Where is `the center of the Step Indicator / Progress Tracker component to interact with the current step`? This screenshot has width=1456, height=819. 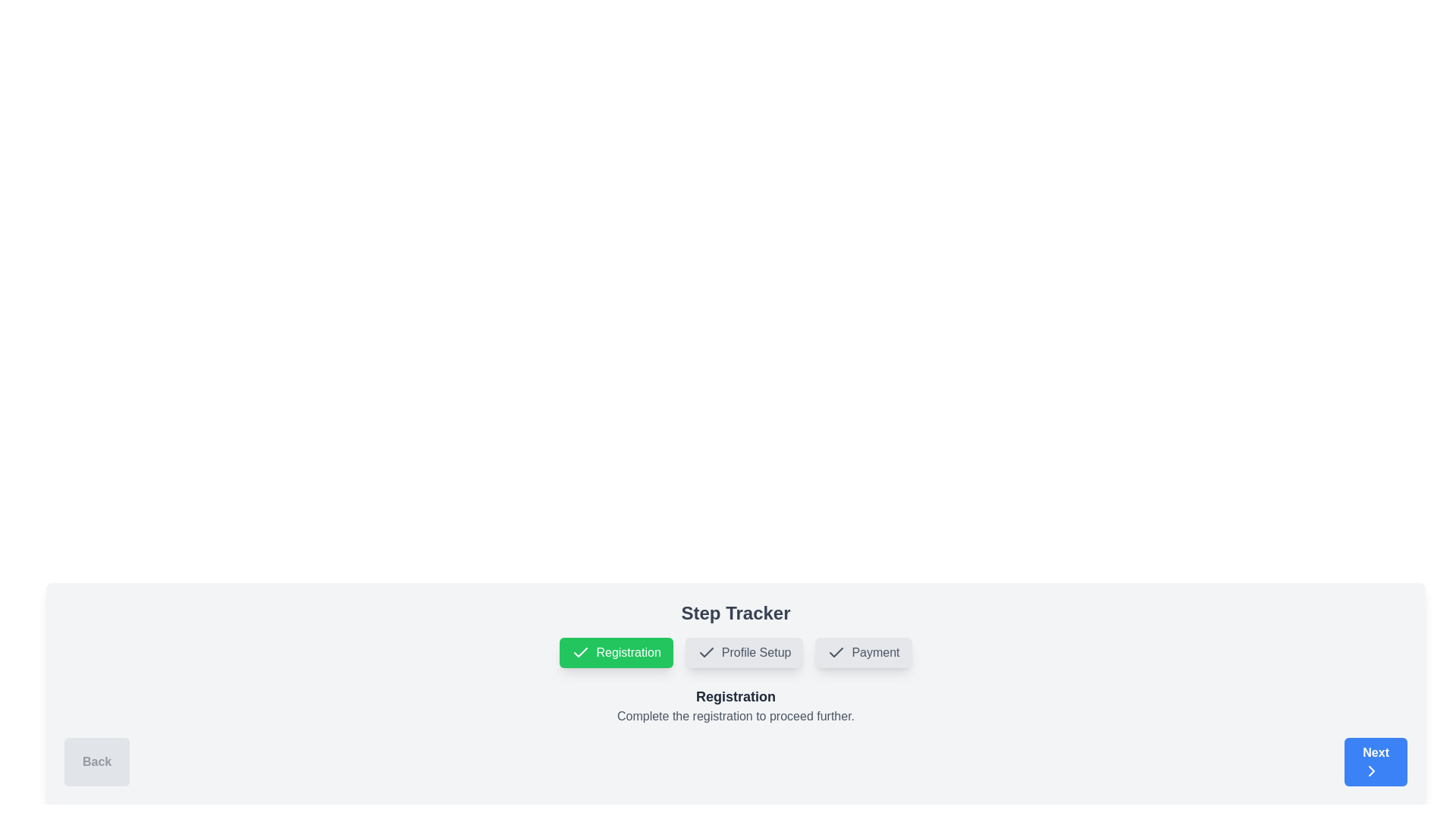 the center of the Step Indicator / Progress Tracker component to interact with the current step is located at coordinates (736, 651).